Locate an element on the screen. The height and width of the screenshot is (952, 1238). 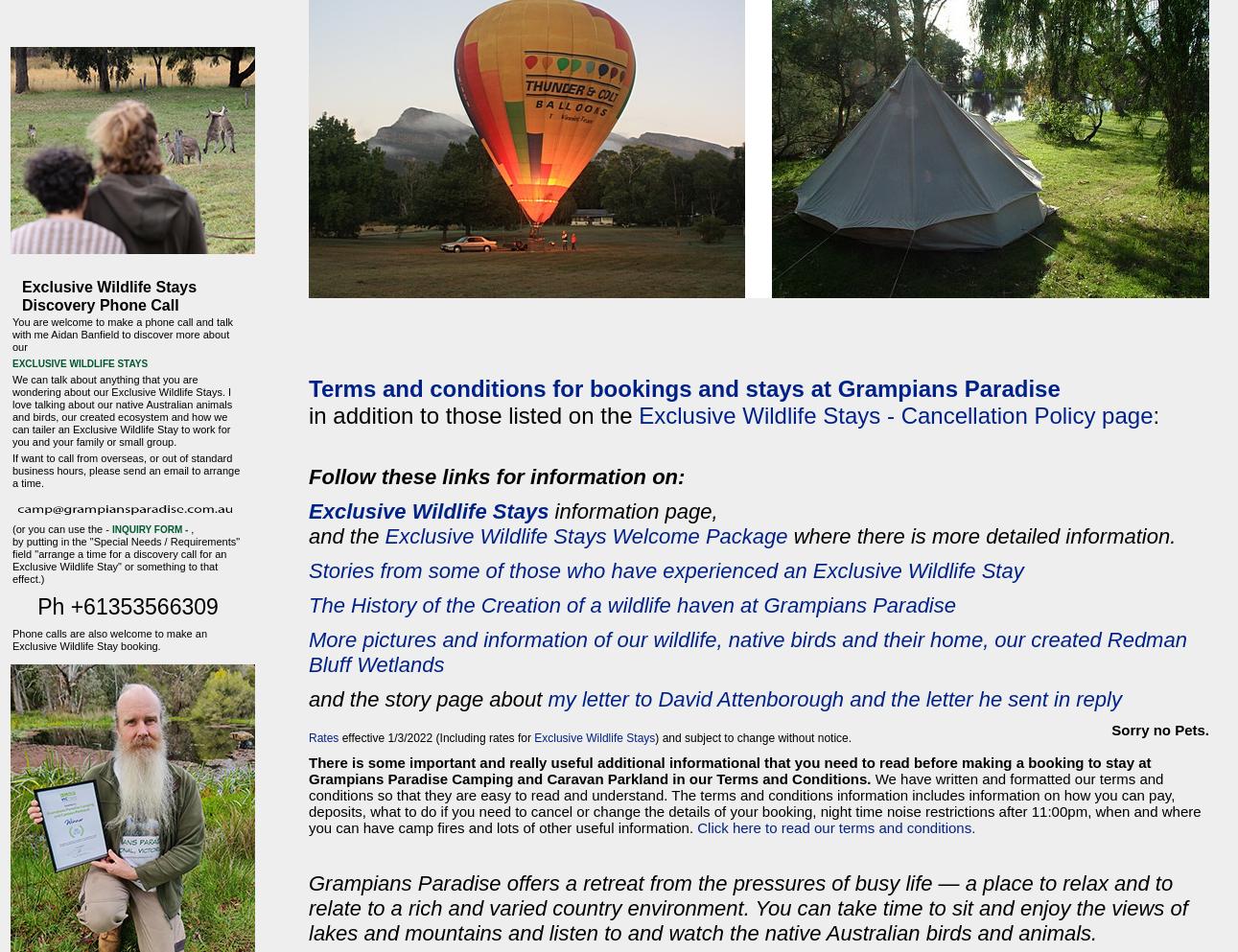
'Rates' is located at coordinates (323, 736).